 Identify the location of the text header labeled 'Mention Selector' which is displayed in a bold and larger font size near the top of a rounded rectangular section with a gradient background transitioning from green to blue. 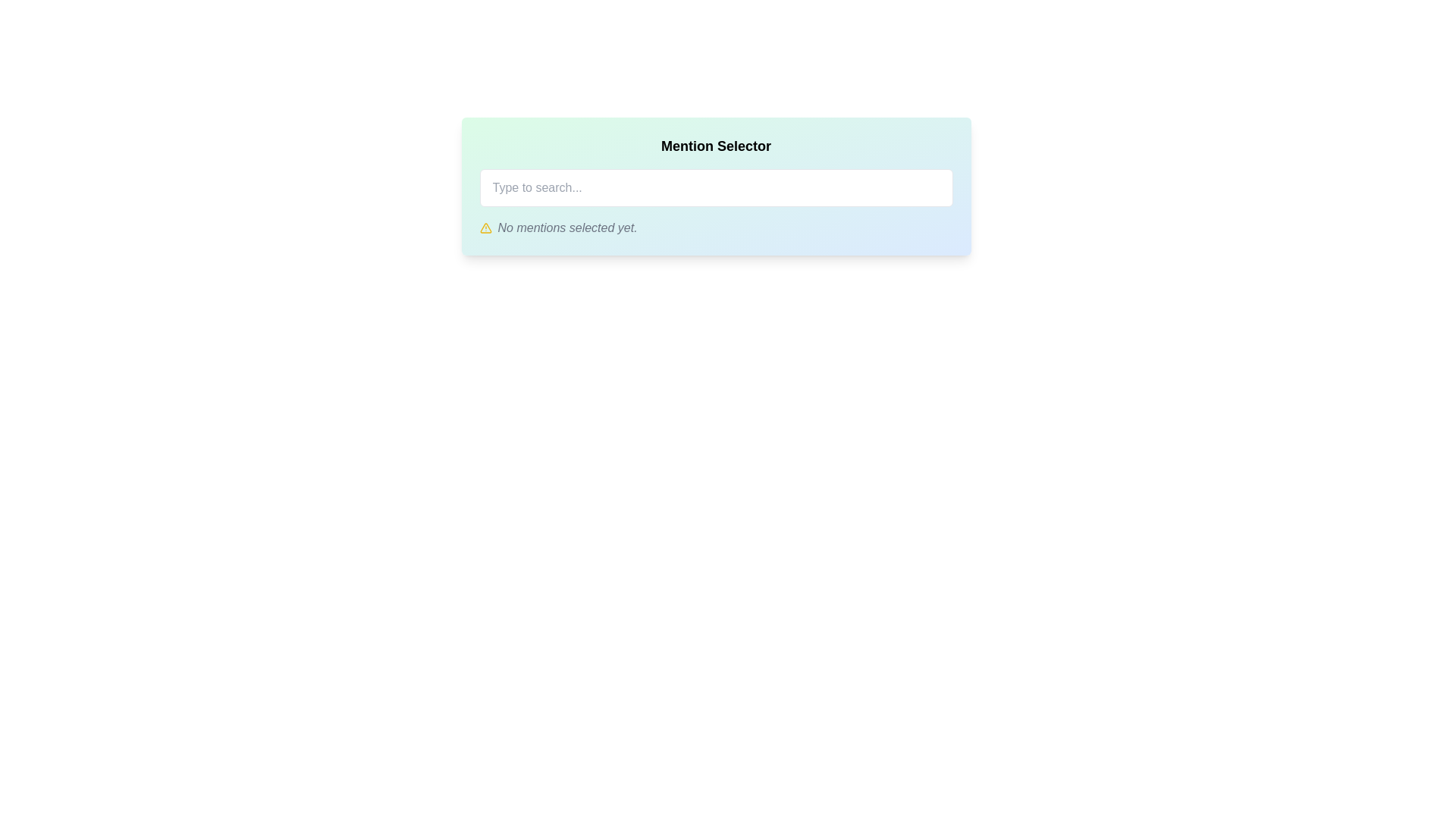
(715, 146).